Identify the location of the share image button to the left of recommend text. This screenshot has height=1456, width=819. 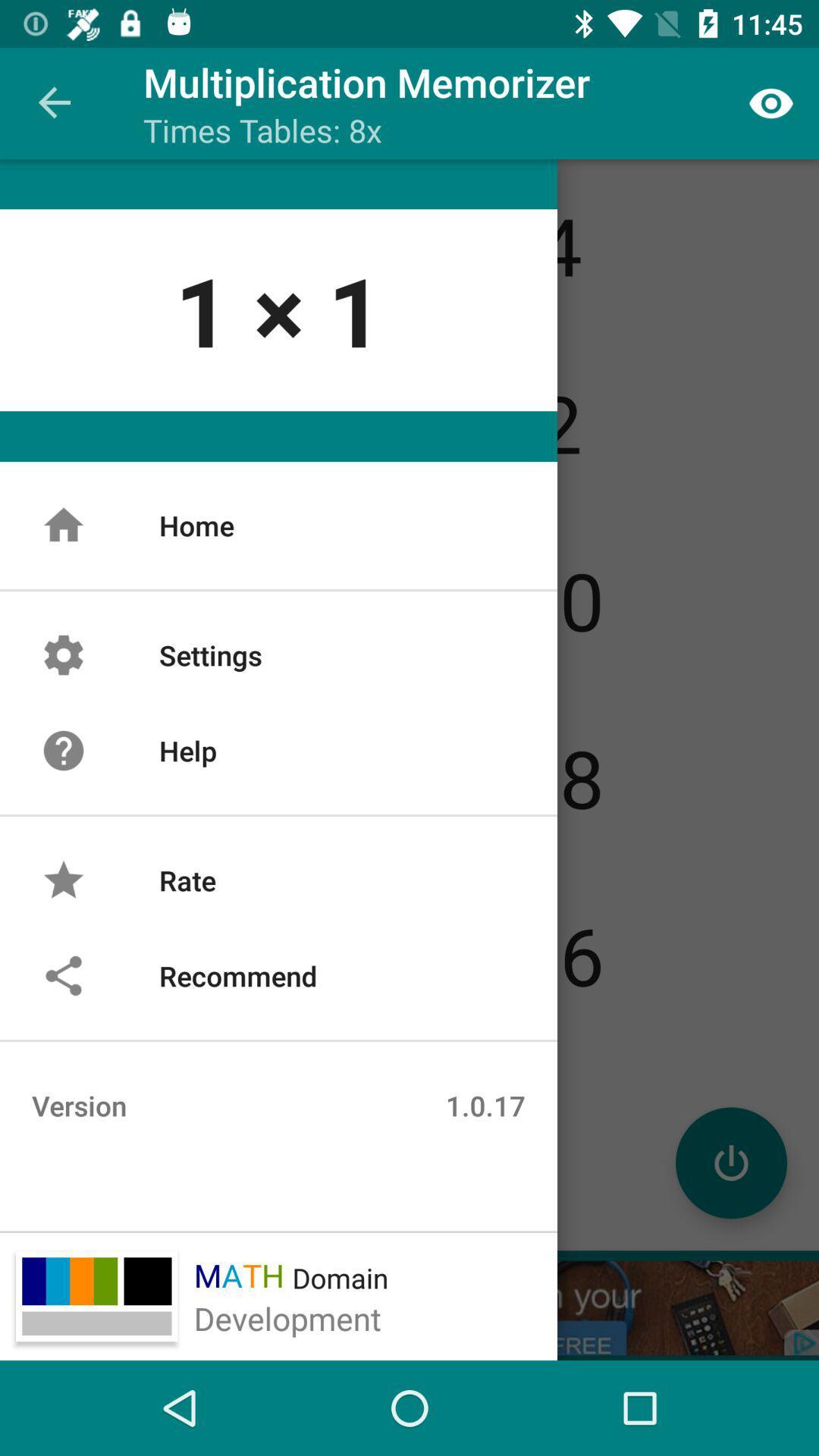
(63, 975).